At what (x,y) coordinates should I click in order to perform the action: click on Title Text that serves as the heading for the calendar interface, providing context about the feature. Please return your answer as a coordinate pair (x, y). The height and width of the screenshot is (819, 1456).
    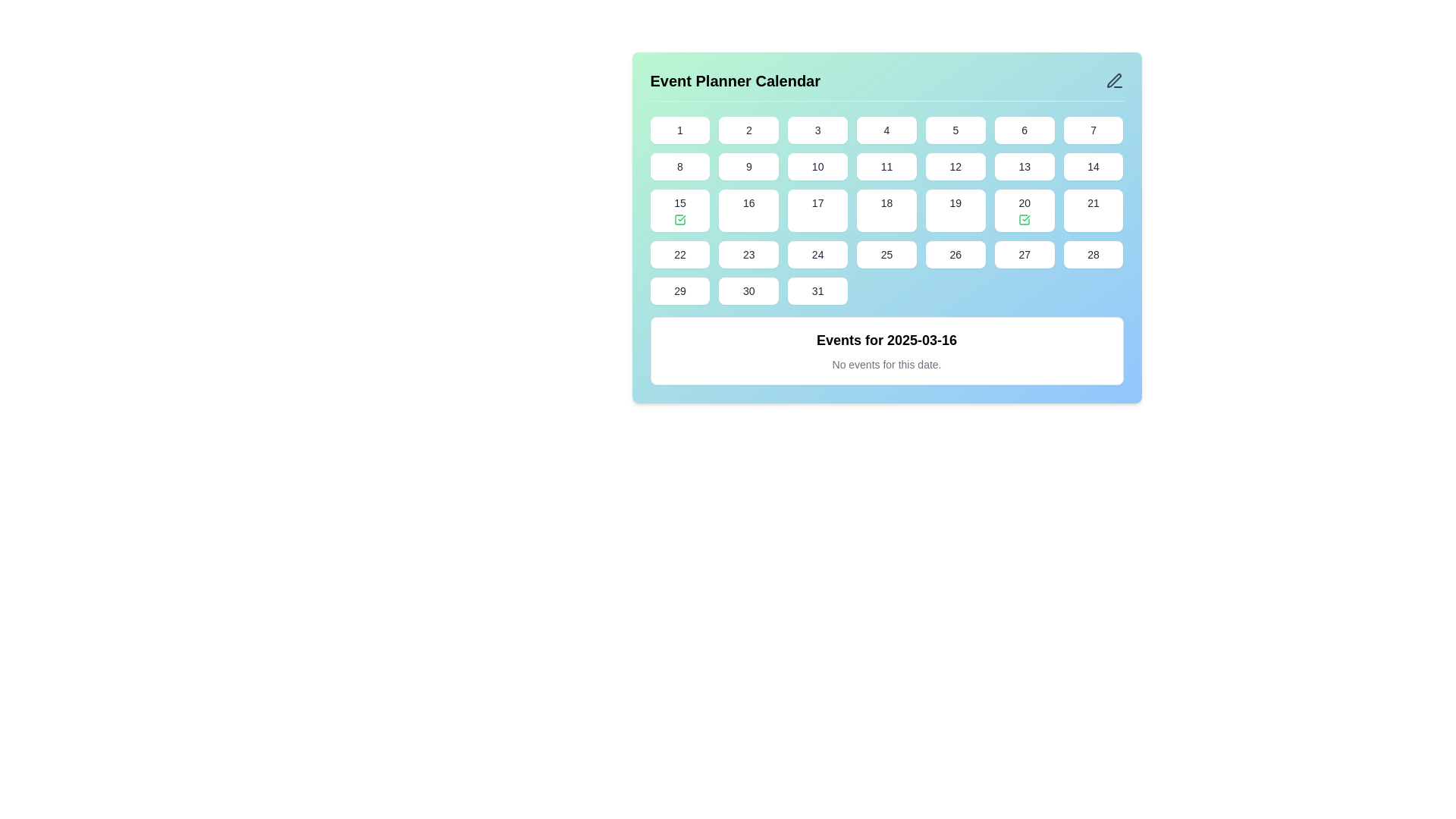
    Looking at the image, I should click on (735, 81).